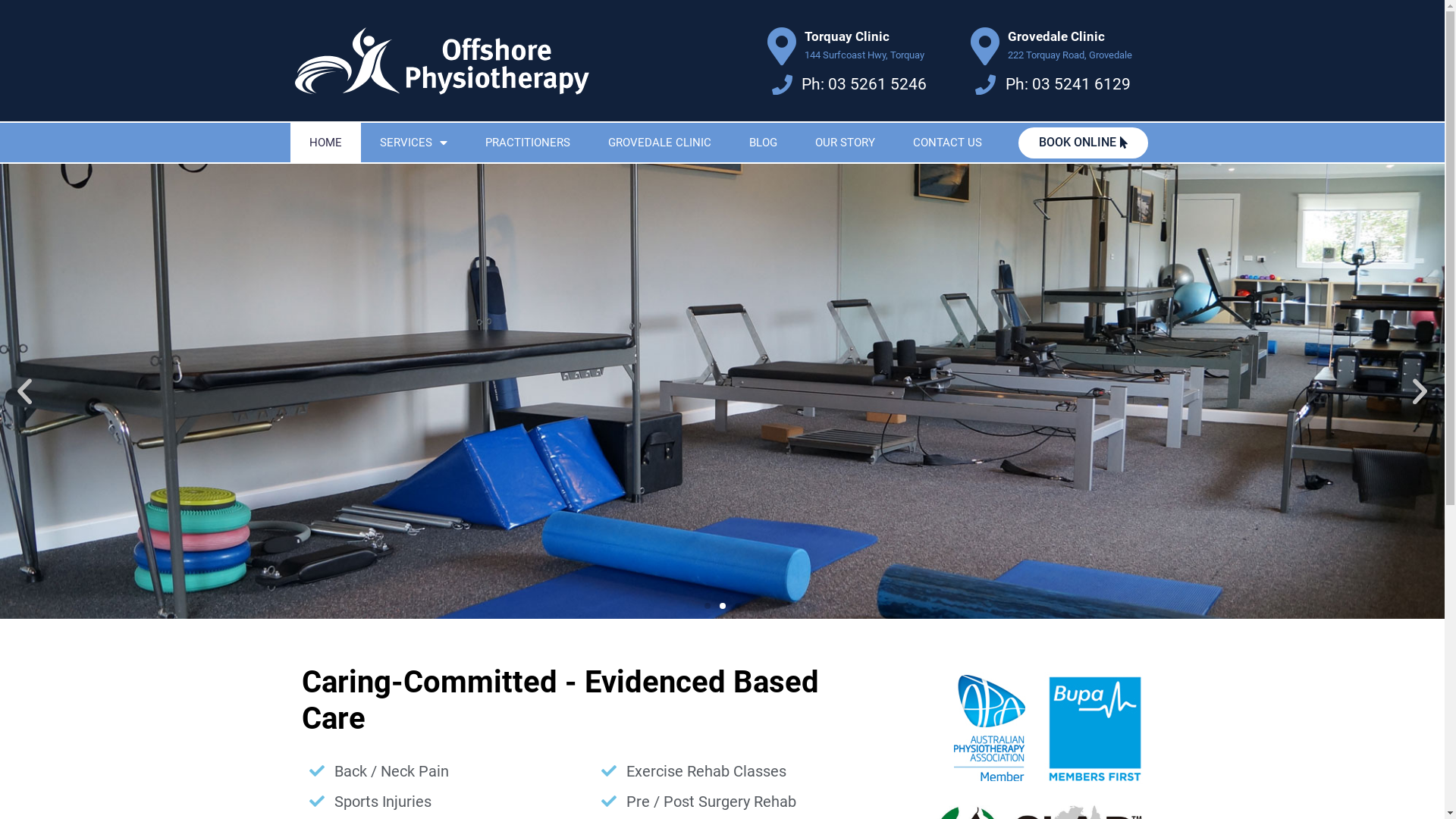  I want to click on 'SERVICES', so click(359, 143).